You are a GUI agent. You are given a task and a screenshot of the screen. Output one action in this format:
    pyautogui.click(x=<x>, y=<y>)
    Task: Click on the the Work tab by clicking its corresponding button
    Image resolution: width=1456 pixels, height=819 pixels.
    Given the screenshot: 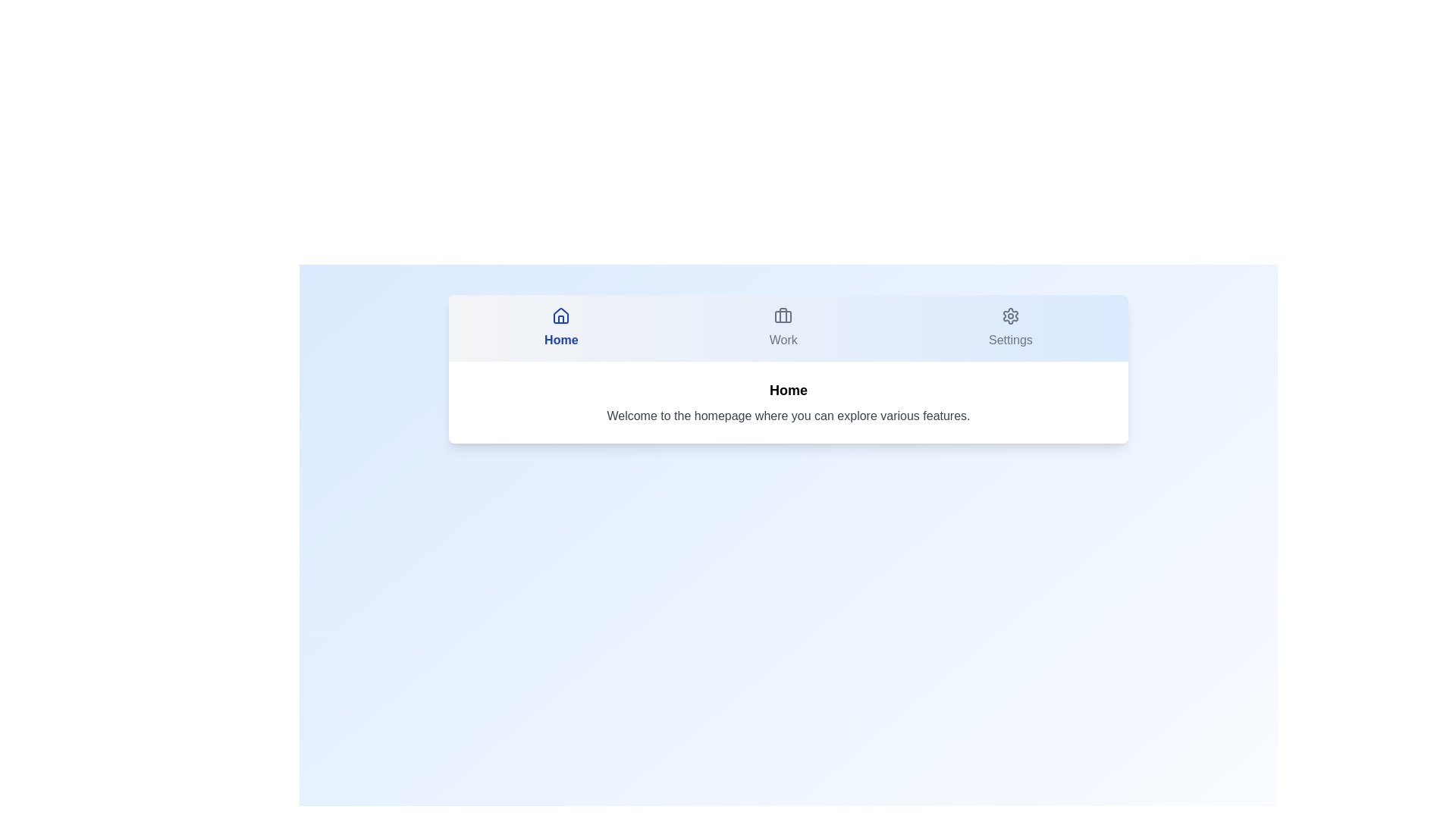 What is the action you would take?
    pyautogui.click(x=783, y=327)
    